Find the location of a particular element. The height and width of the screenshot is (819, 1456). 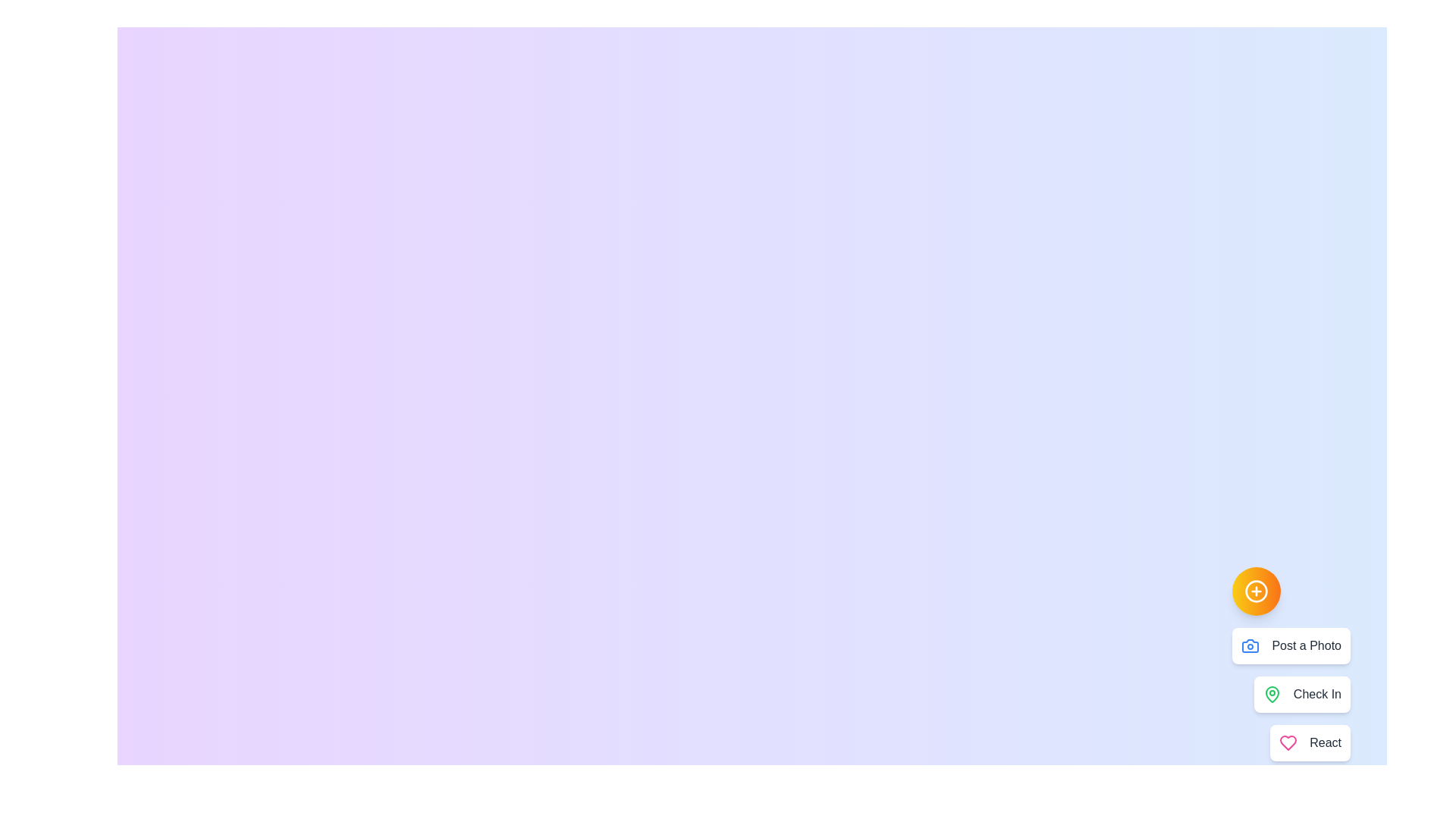

the option labeled Post a Photo to observe its hover effect is located at coordinates (1291, 646).